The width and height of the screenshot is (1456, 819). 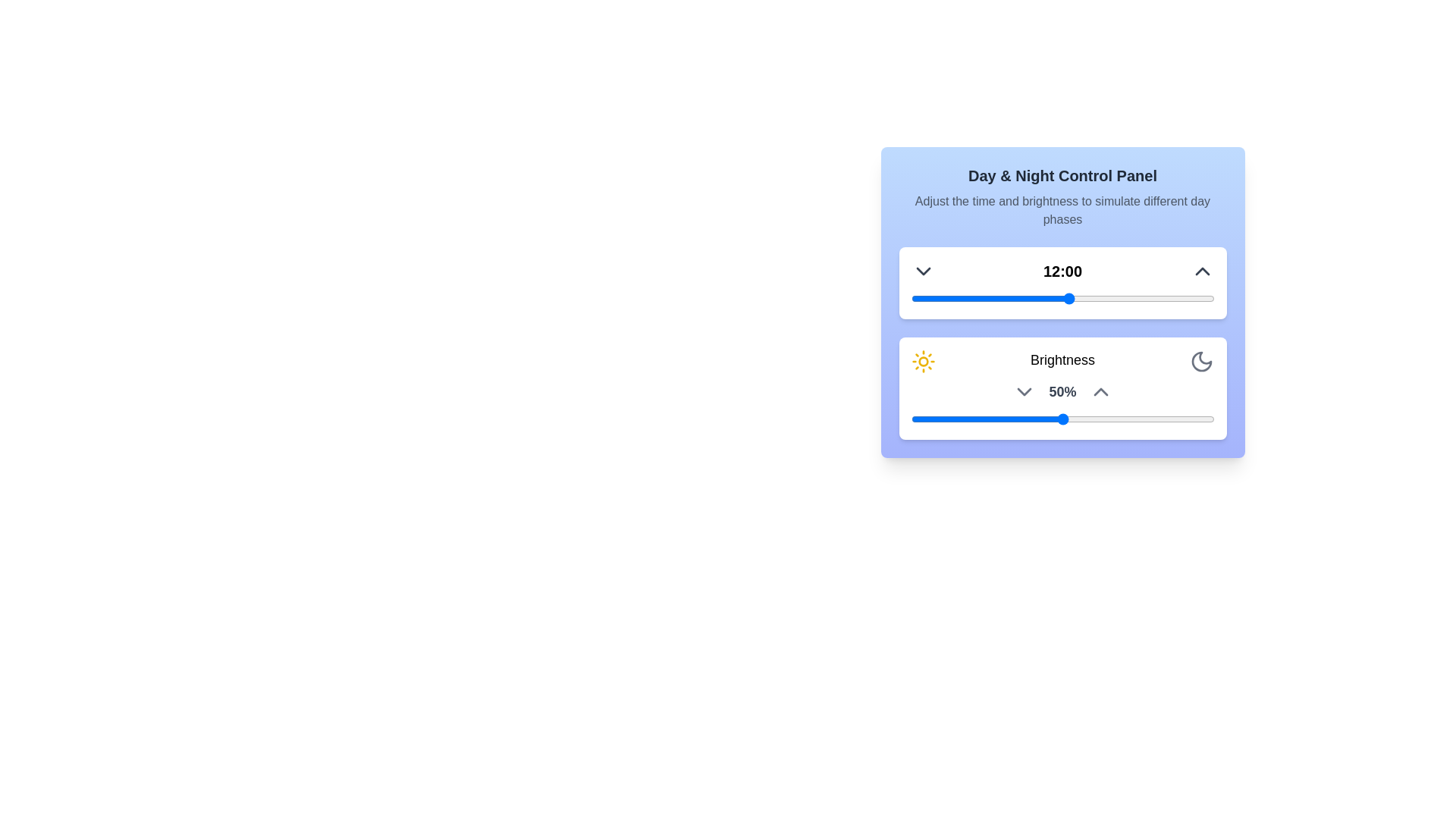 What do you see at coordinates (1187, 298) in the screenshot?
I see `the time` at bounding box center [1187, 298].